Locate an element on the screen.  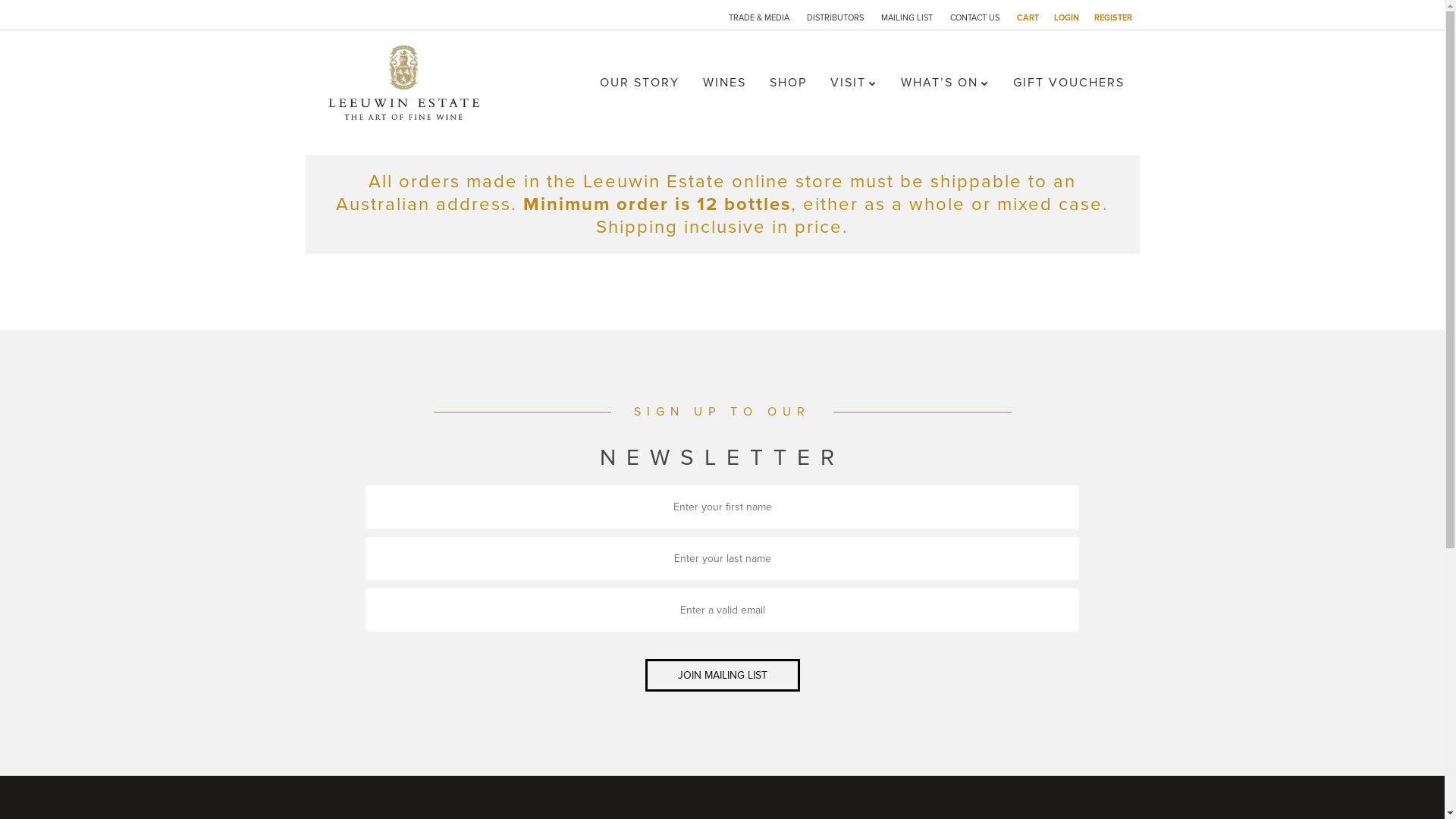
'SHOP' is located at coordinates (788, 82).